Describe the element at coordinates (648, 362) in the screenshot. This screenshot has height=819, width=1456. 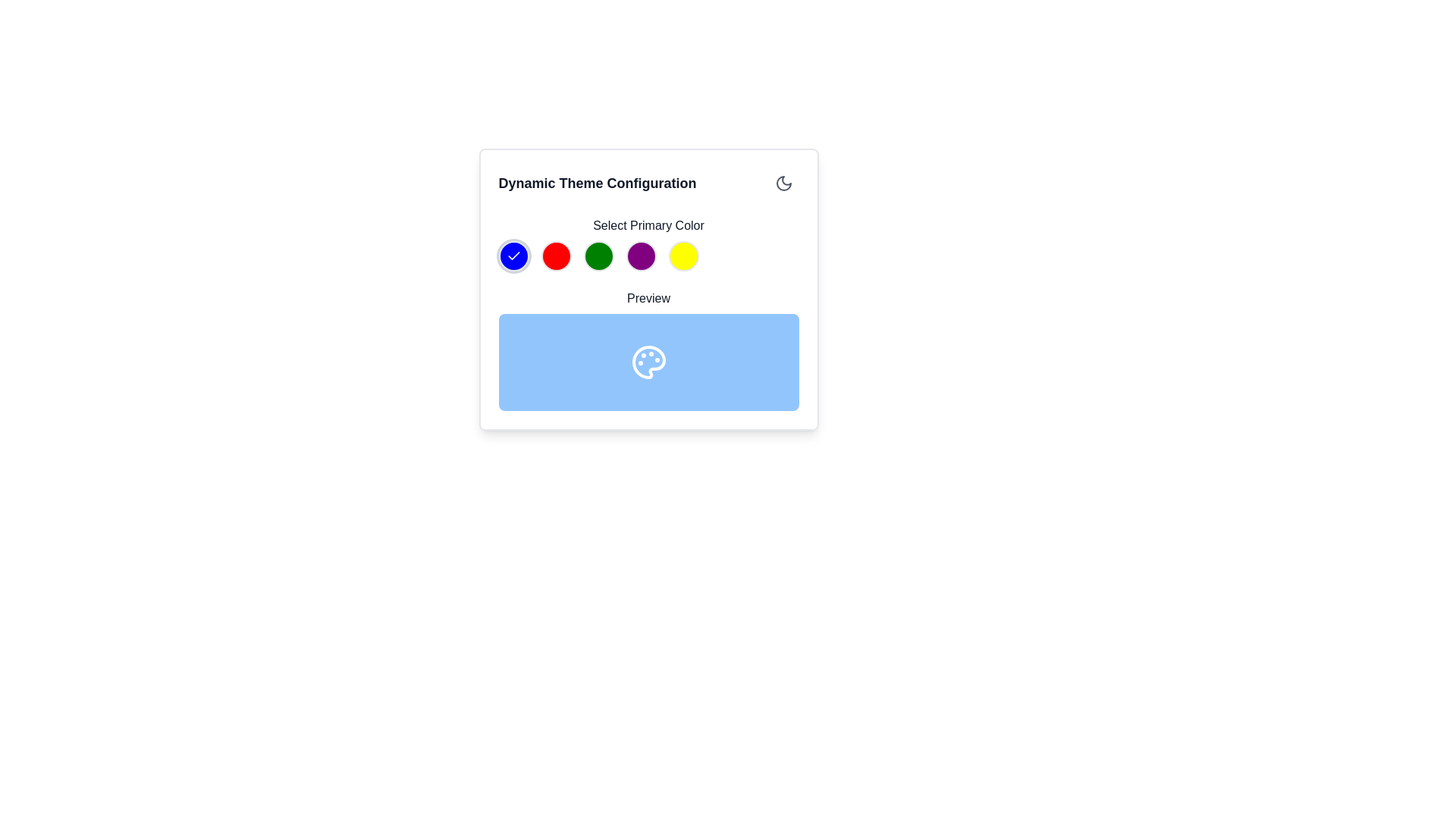
I see `the color palette icon, which is a circular shape with a cut-out curve at the bottom, located within a blue rectangular area, below the text 'Preview' in the 'Dynamic Theme Configuration' card` at that location.